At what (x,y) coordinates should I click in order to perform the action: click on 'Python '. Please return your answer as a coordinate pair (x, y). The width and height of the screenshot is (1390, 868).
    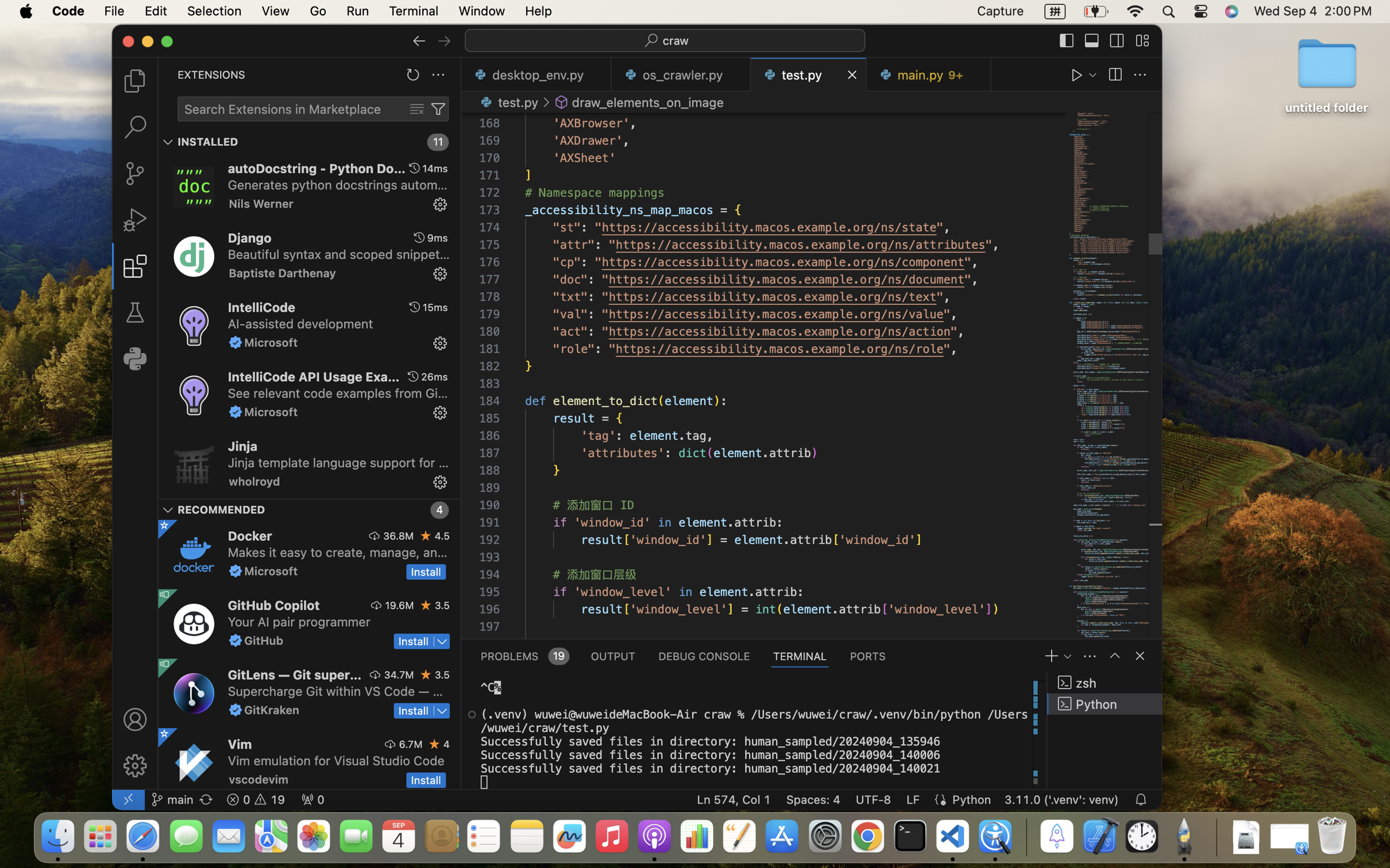
    Looking at the image, I should click on (1105, 703).